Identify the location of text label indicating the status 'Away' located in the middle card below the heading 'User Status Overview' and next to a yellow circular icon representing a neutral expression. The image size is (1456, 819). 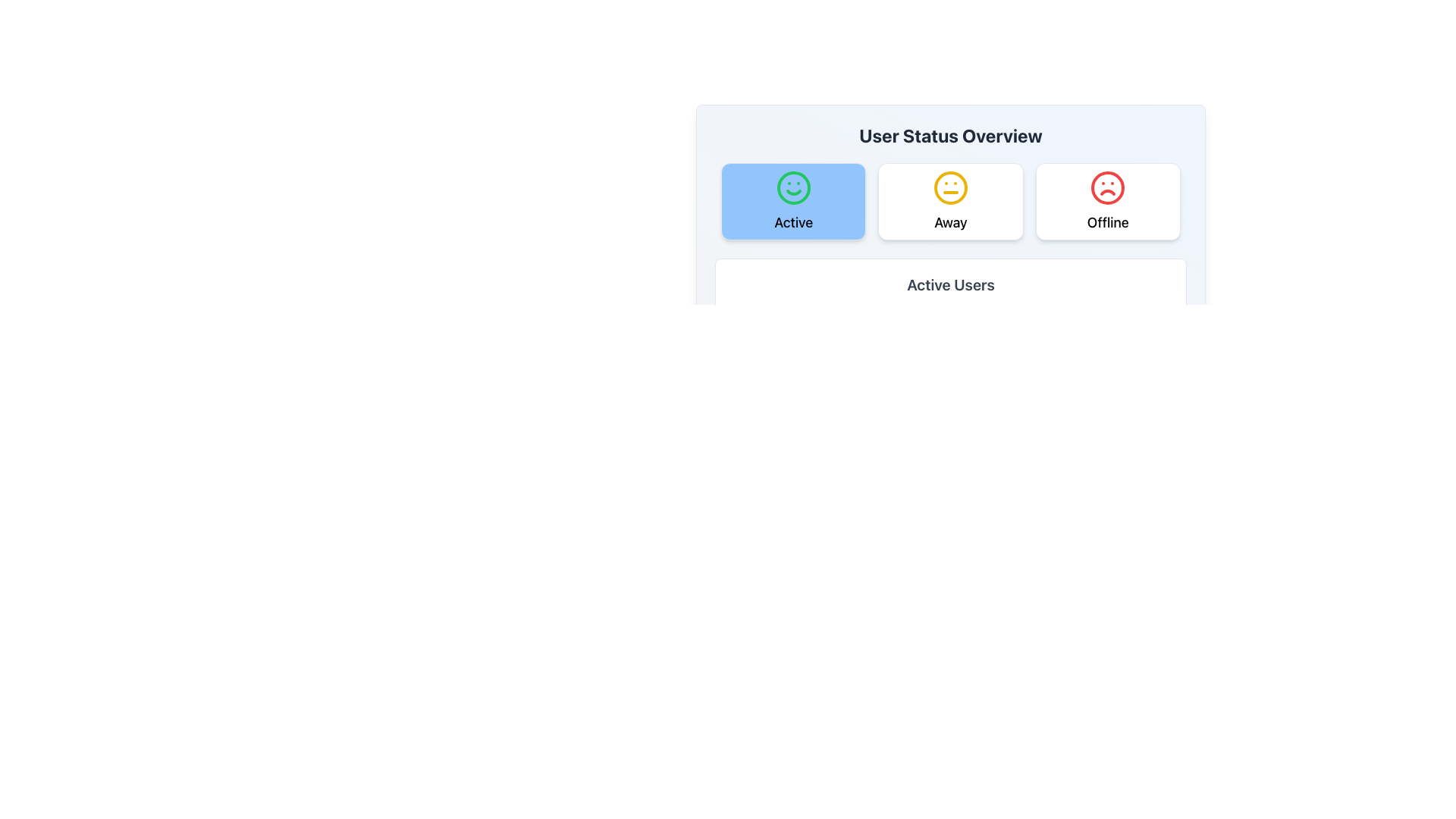
(949, 222).